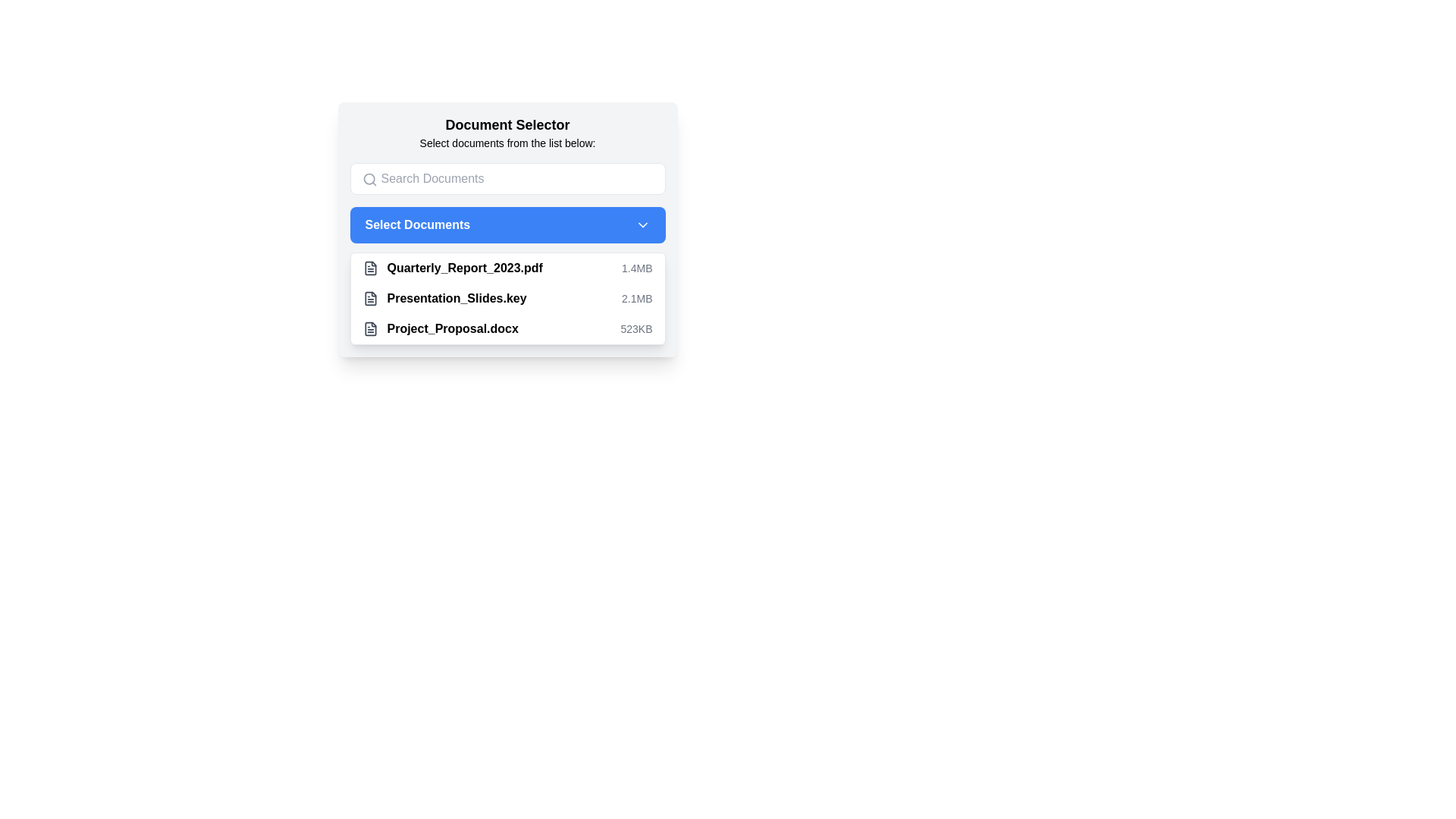 This screenshot has width=1456, height=819. What do you see at coordinates (369, 178) in the screenshot?
I see `the circular magnifying glass icon located at the top-left corner of the search bar to initiate a search` at bounding box center [369, 178].